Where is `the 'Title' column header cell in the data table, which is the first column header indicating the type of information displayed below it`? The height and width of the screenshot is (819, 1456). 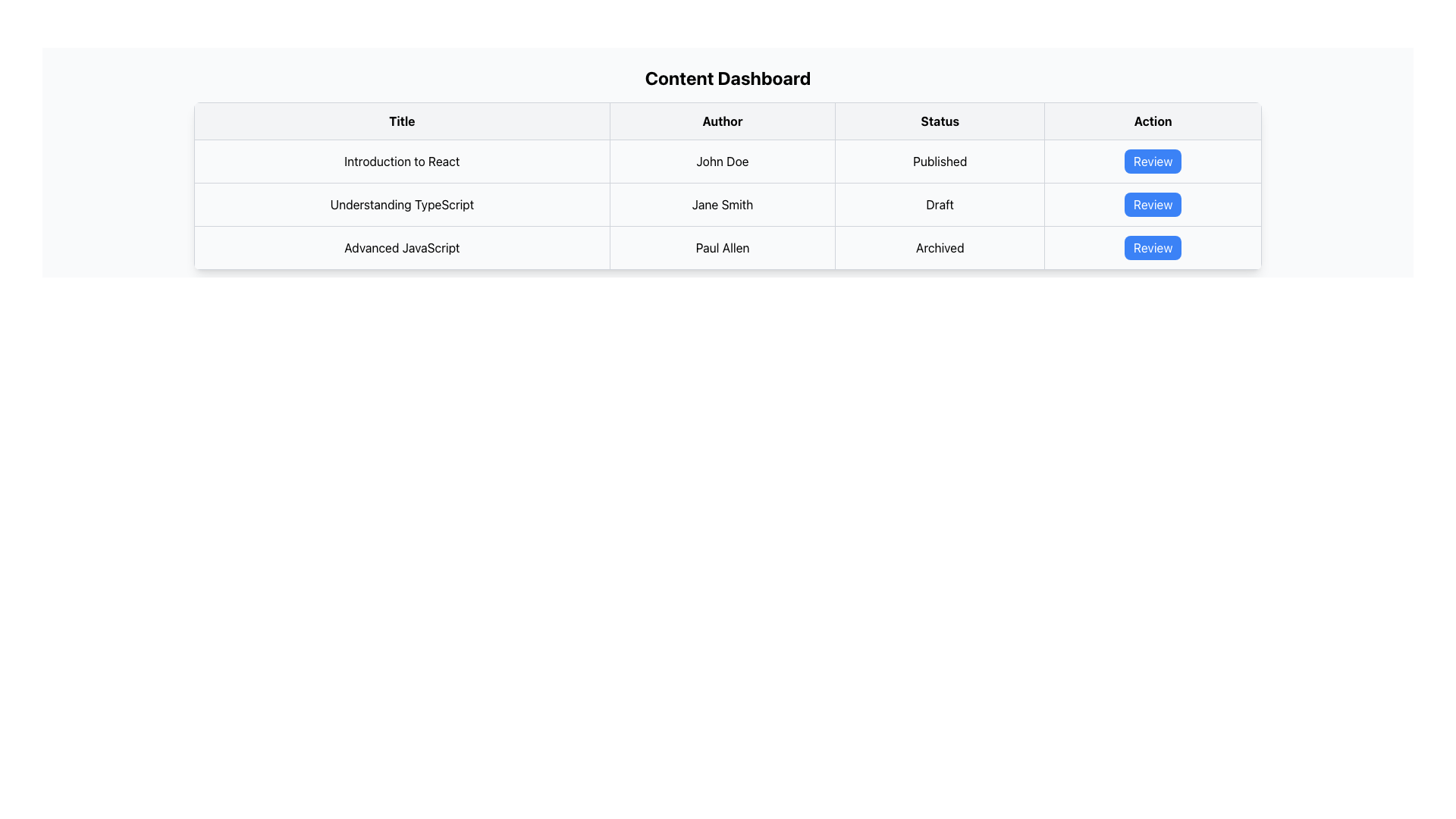
the 'Title' column header cell in the data table, which is the first column header indicating the type of information displayed below it is located at coordinates (402, 120).